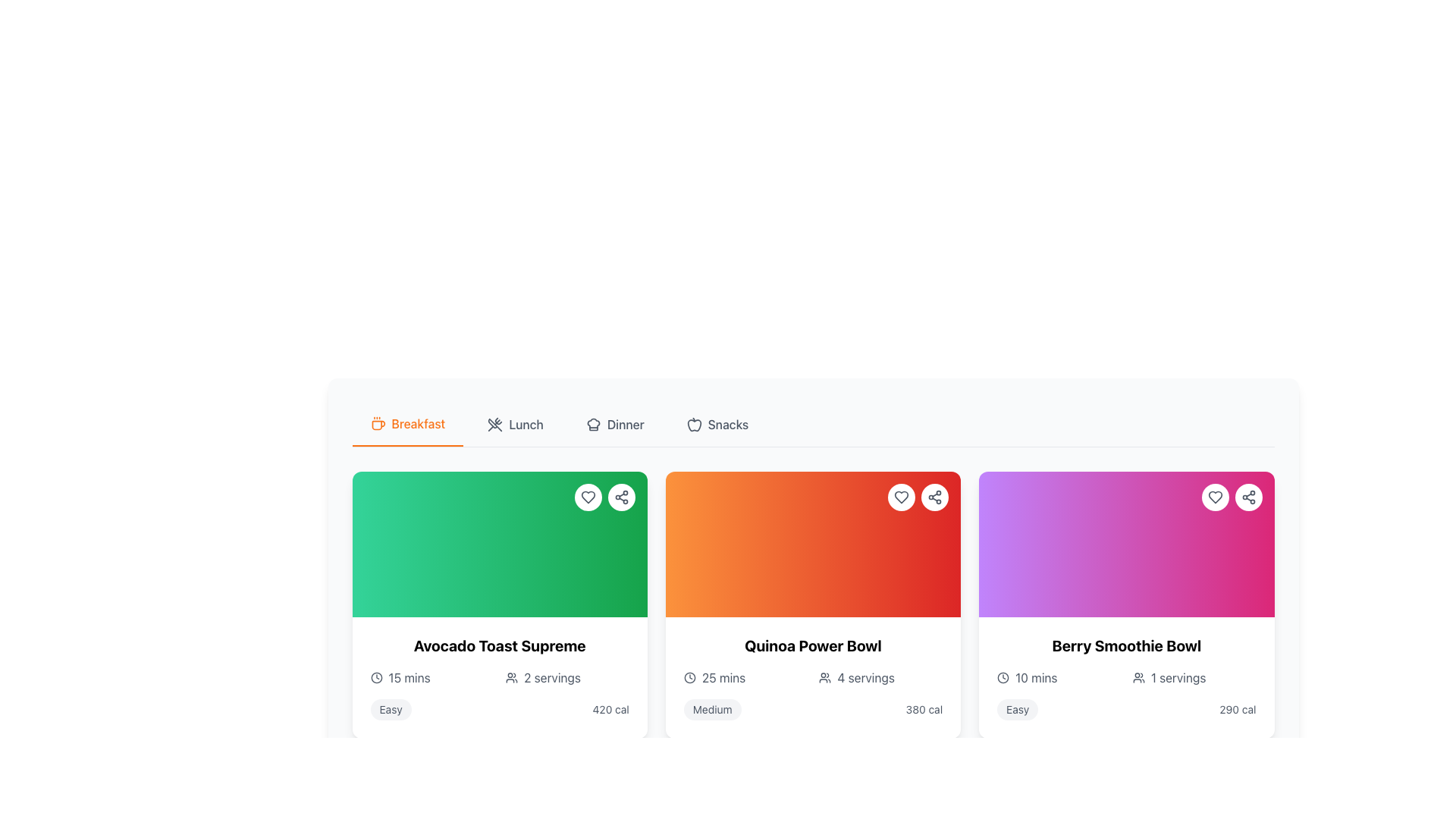  Describe the element at coordinates (551, 677) in the screenshot. I see `text displayed on the Text Label that shows the number of servings for the recipe located under the title 'Avocado Toast Supreme'` at that location.